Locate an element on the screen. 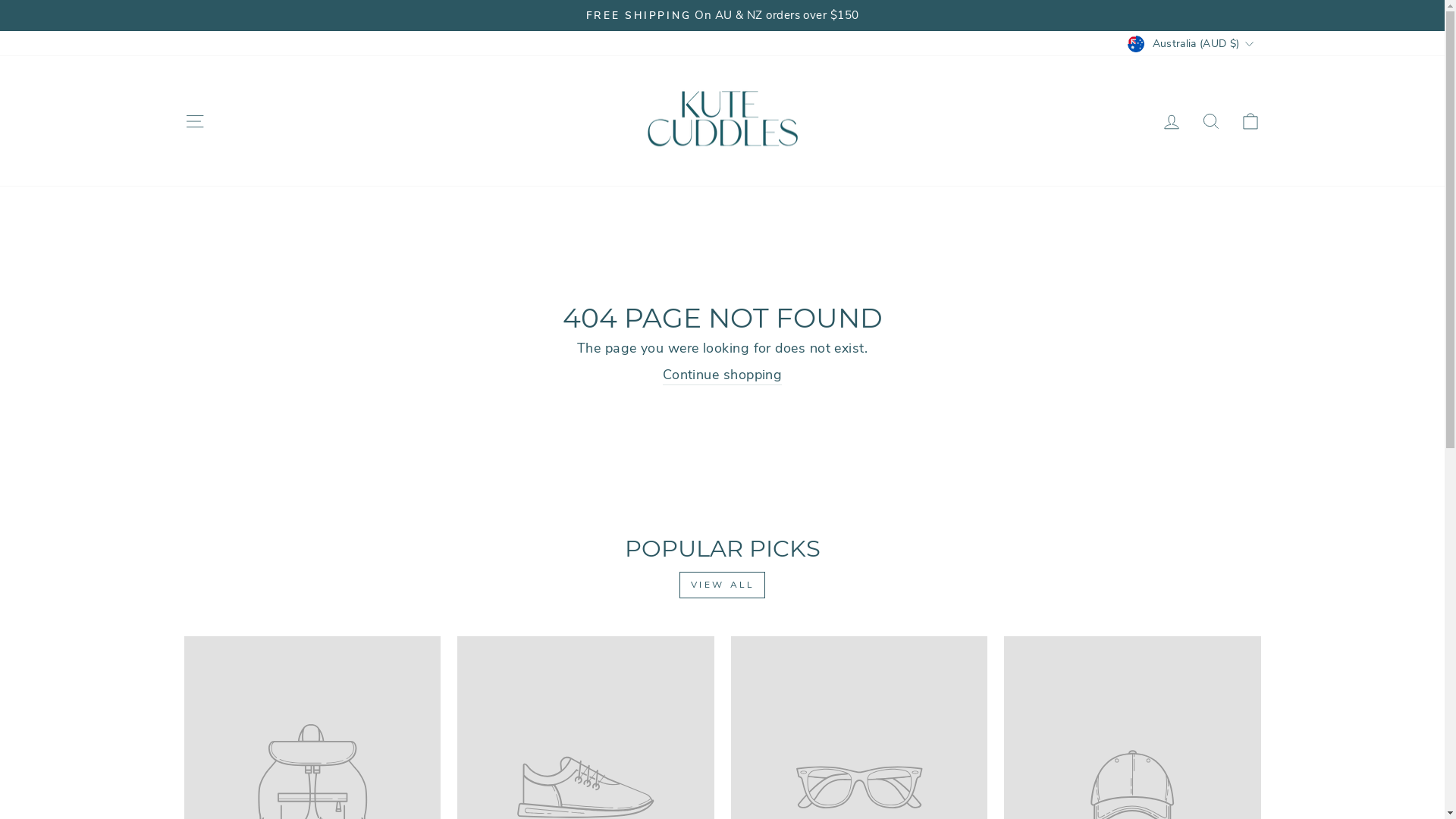  'ACCOUNT is located at coordinates (1170, 120).